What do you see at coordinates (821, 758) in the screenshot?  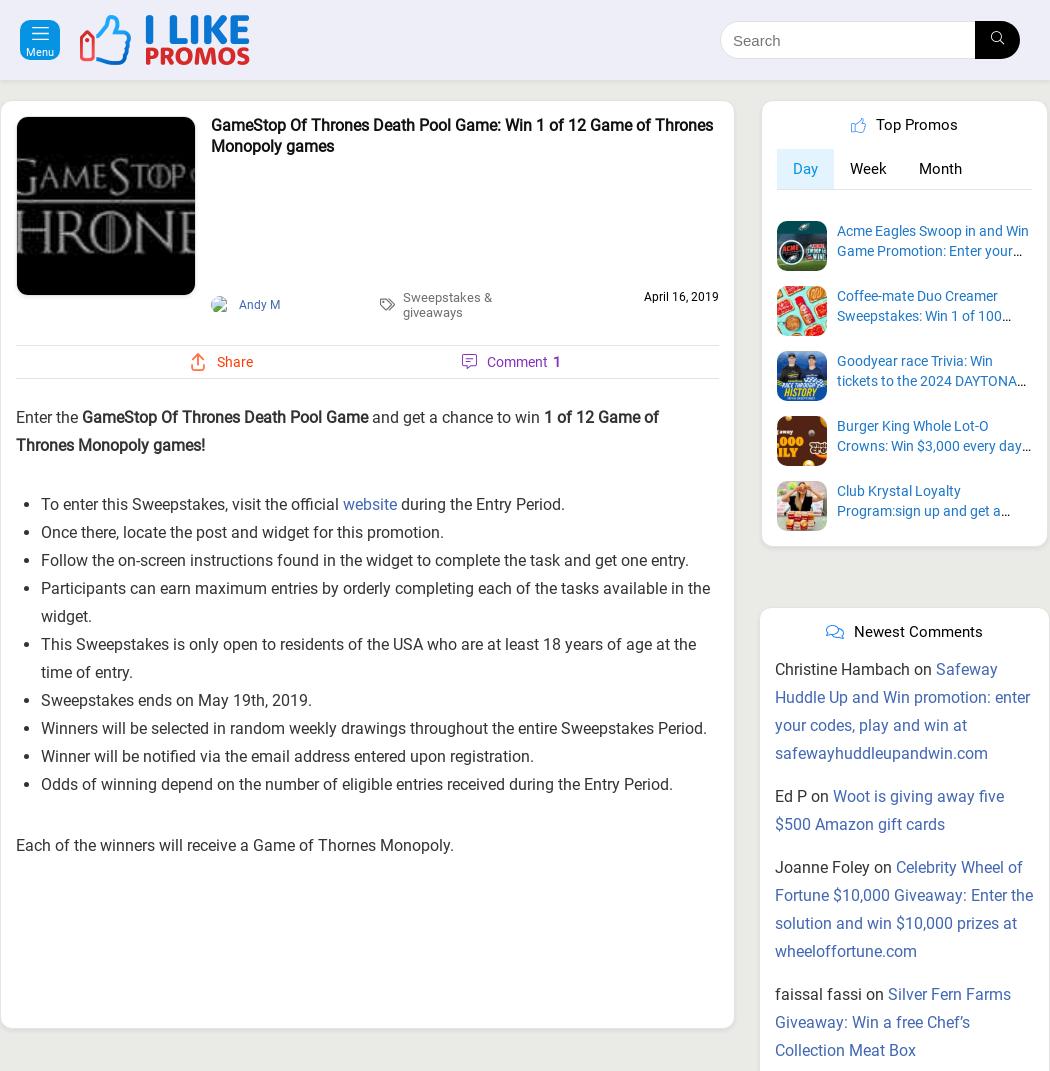 I see `'Joanne Foley'` at bounding box center [821, 758].